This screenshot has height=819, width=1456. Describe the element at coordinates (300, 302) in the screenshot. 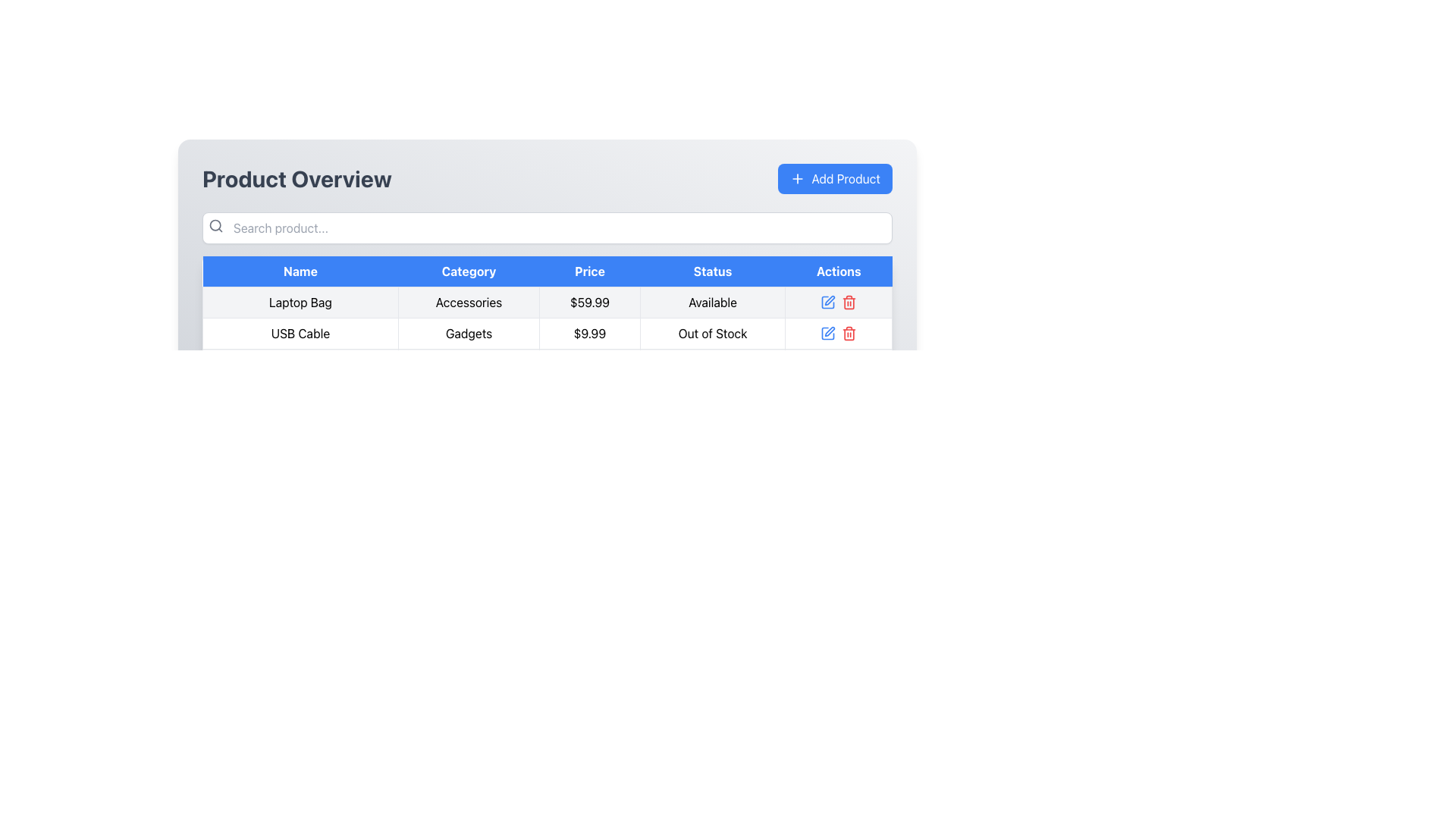

I see `information displayed on the text label representing the product name 'Laptop Bag' in the table under the 'Name' column` at that location.